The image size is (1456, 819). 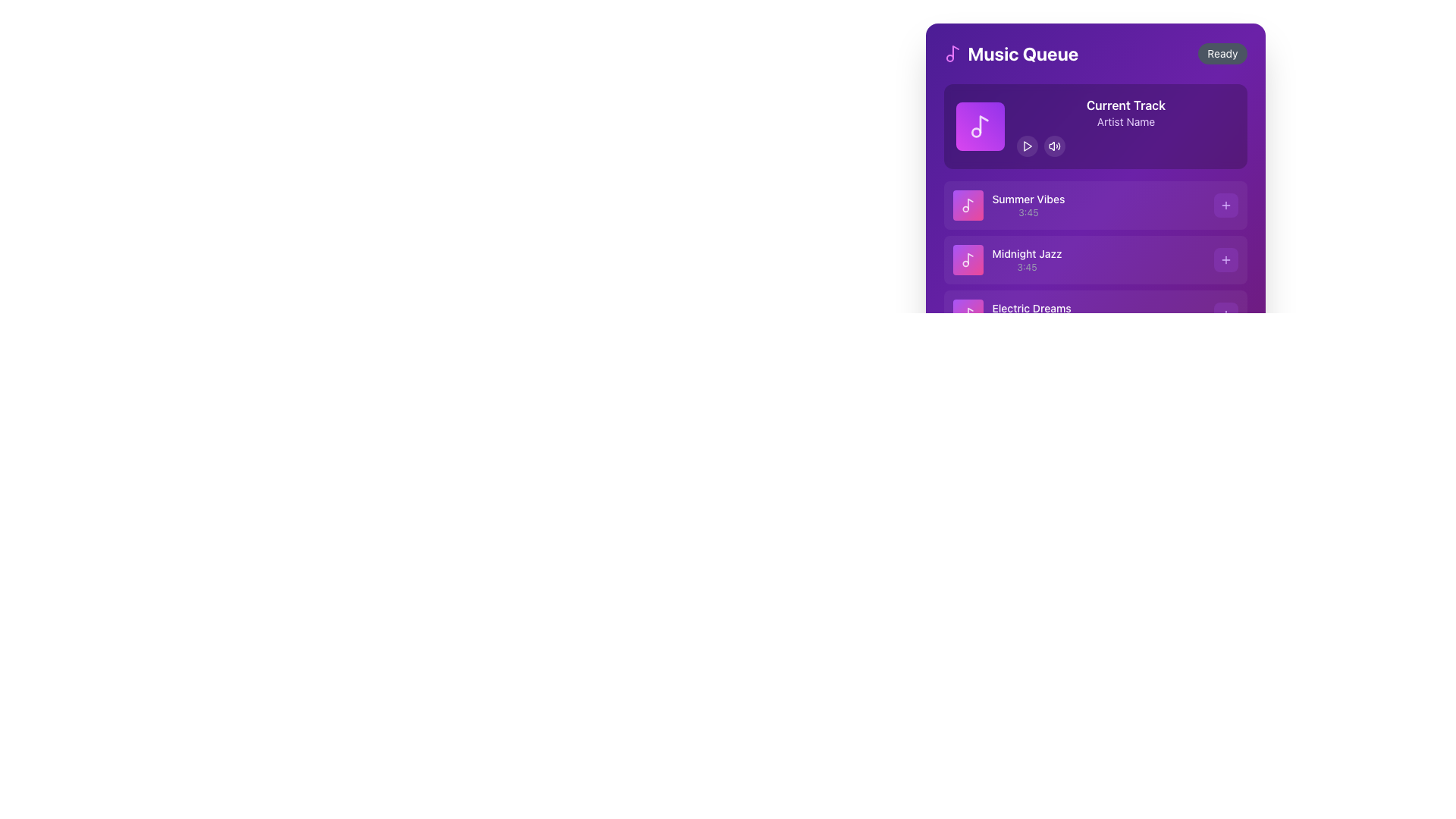 I want to click on the Text Label that identifies the currently viewed music track in the 'Music Queue', located at the bottom-most slot and aligned above the duration text, so click(x=1031, y=308).